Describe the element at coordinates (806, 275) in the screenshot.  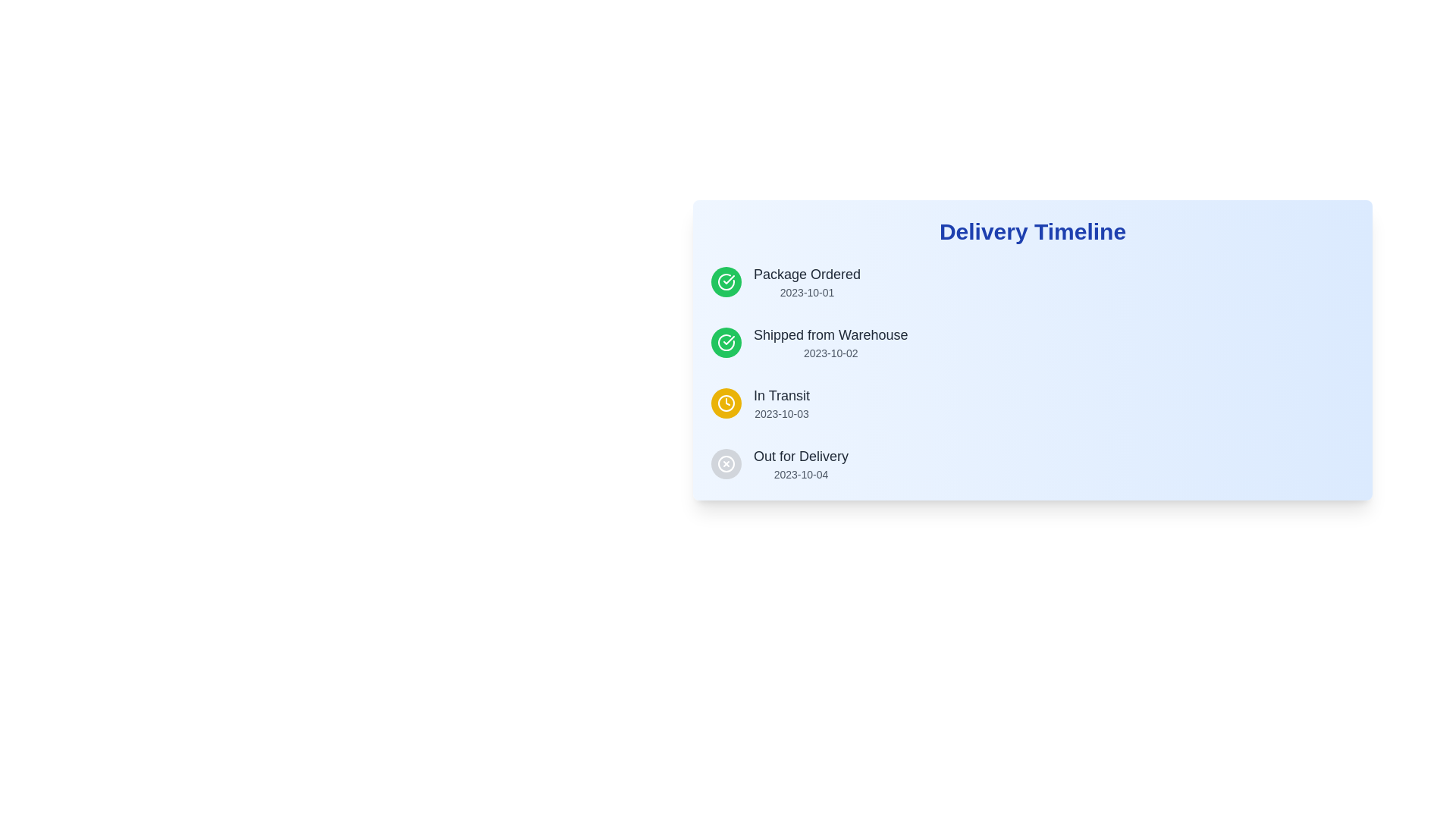
I see `the 'Package Ordered' text label in the delivery timeline, which is positioned below a green checkmark icon and above the date '2023-10-01'` at that location.